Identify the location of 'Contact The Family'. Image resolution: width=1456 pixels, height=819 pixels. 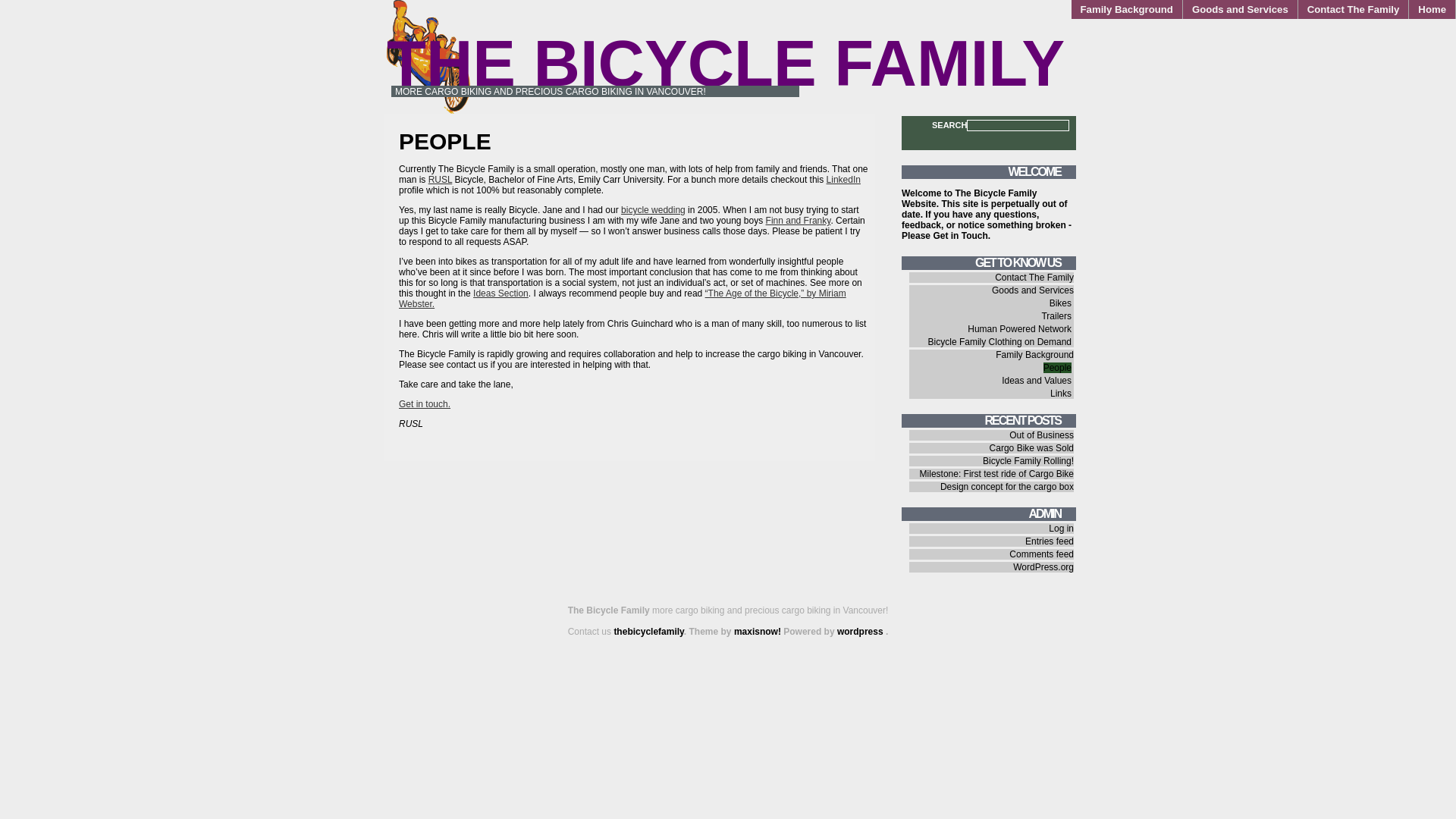
(1033, 278).